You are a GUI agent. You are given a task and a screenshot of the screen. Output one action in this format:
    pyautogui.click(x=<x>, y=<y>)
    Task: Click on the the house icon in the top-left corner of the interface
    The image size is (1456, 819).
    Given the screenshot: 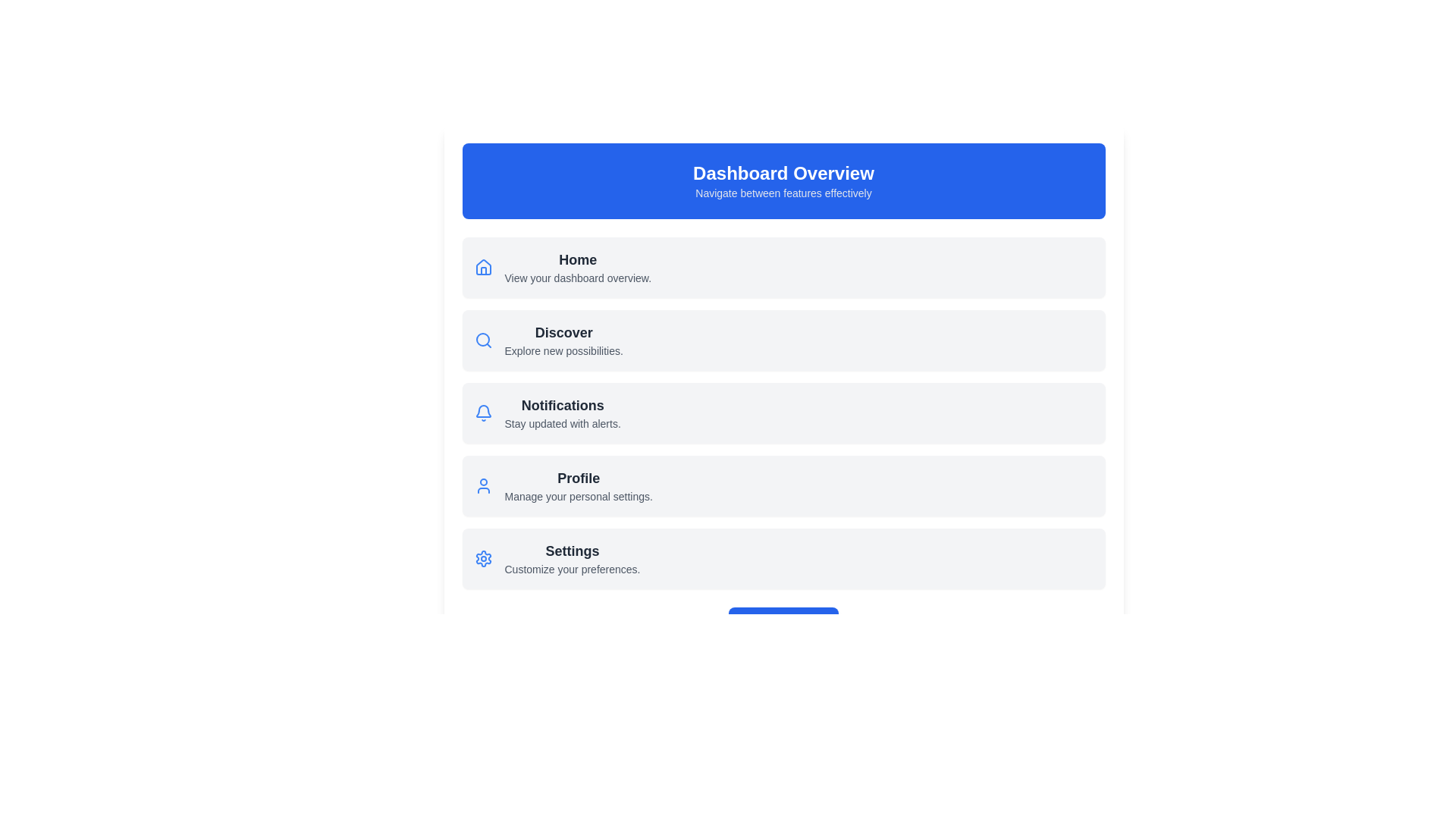 What is the action you would take?
    pyautogui.click(x=482, y=270)
    